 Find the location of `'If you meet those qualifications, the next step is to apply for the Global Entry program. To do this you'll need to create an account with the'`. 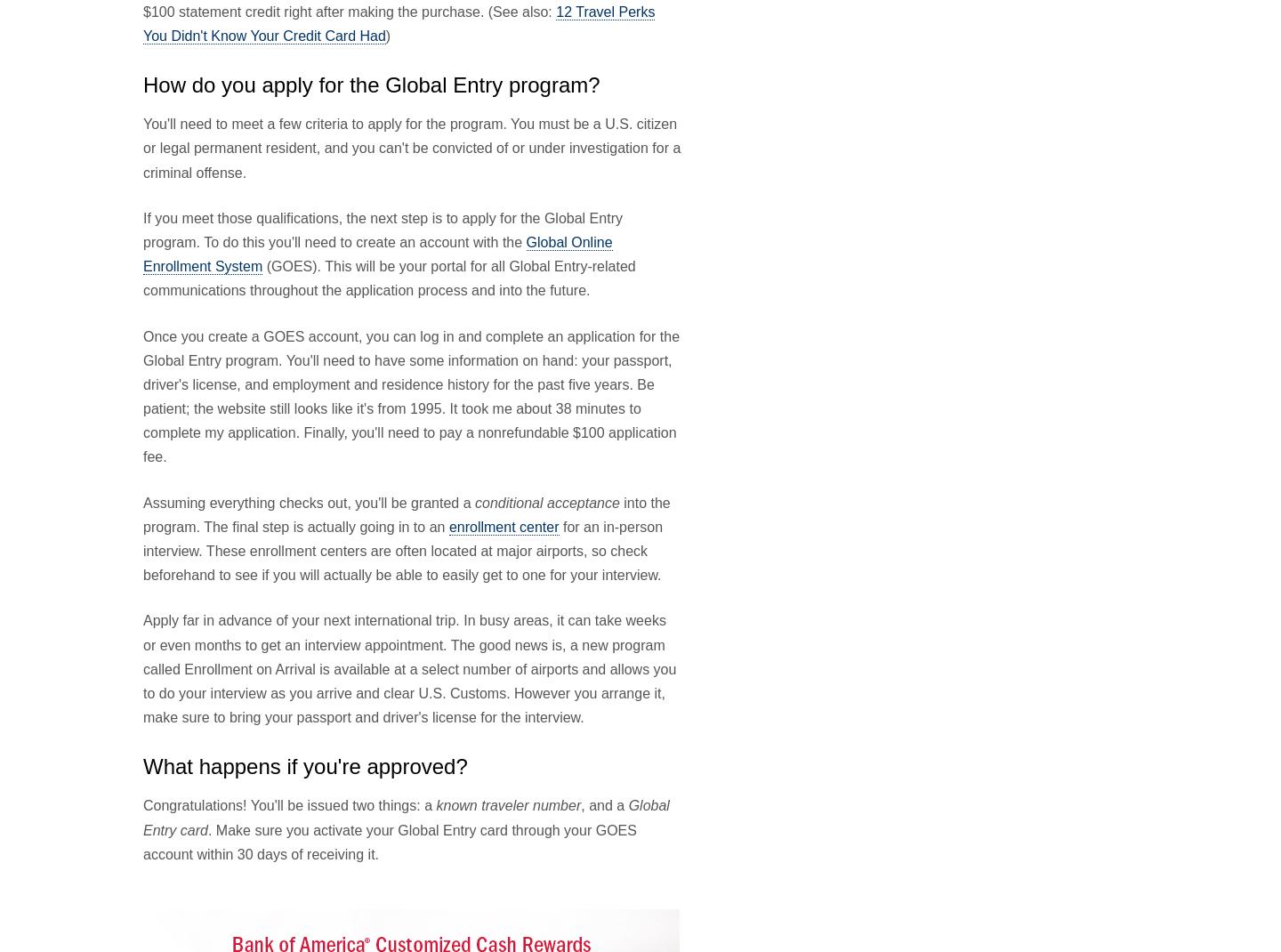

'If you meet those qualifications, the next step is to apply for the Global Entry program. To do this you'll need to create an account with the' is located at coordinates (382, 228).